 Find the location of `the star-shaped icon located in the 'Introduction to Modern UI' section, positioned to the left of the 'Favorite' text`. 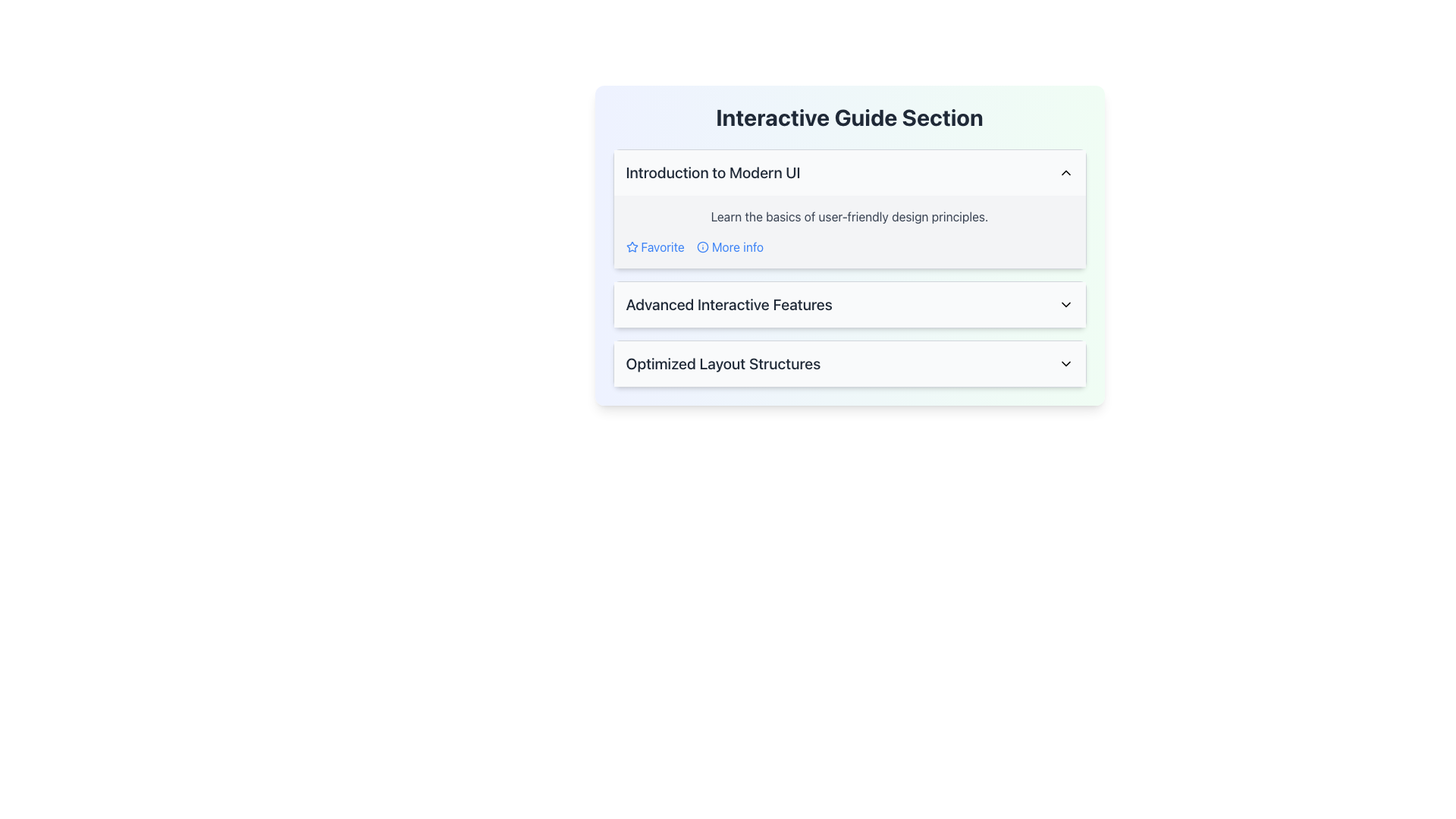

the star-shaped icon located in the 'Introduction to Modern UI' section, positioned to the left of the 'Favorite' text is located at coordinates (632, 246).